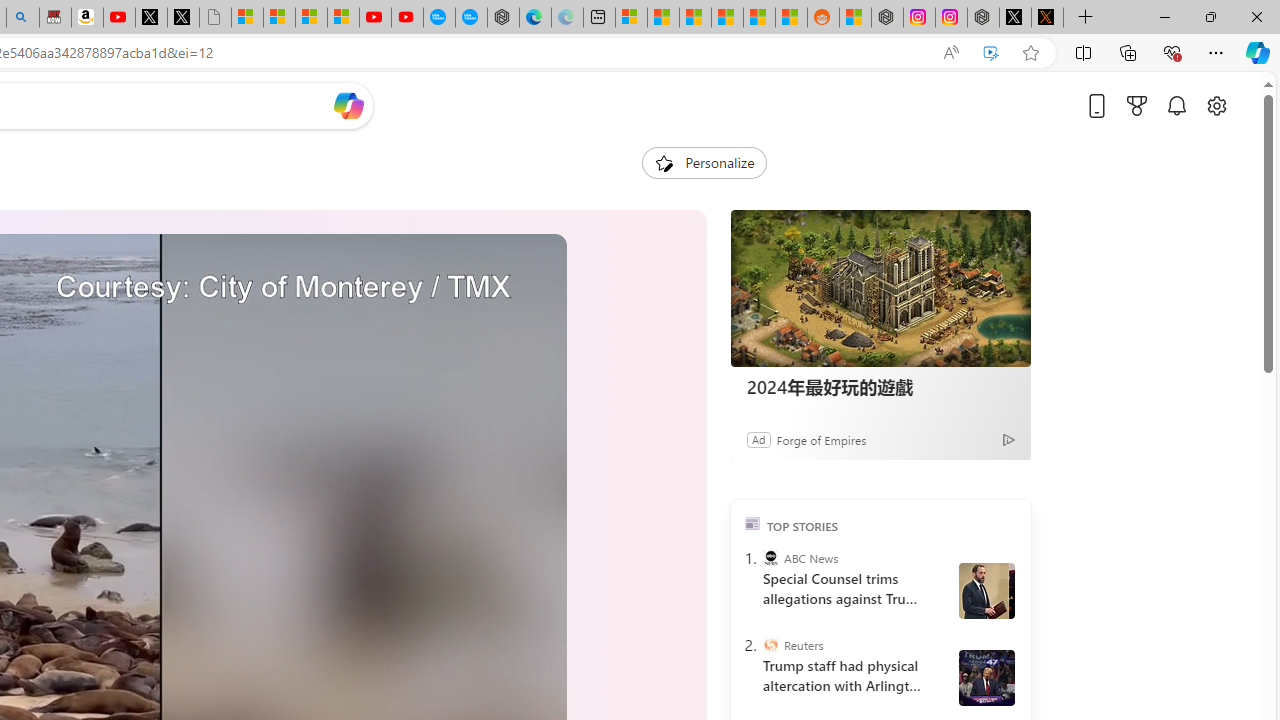  I want to click on 'help.x.com | 524: A timeout occurred', so click(1046, 17).